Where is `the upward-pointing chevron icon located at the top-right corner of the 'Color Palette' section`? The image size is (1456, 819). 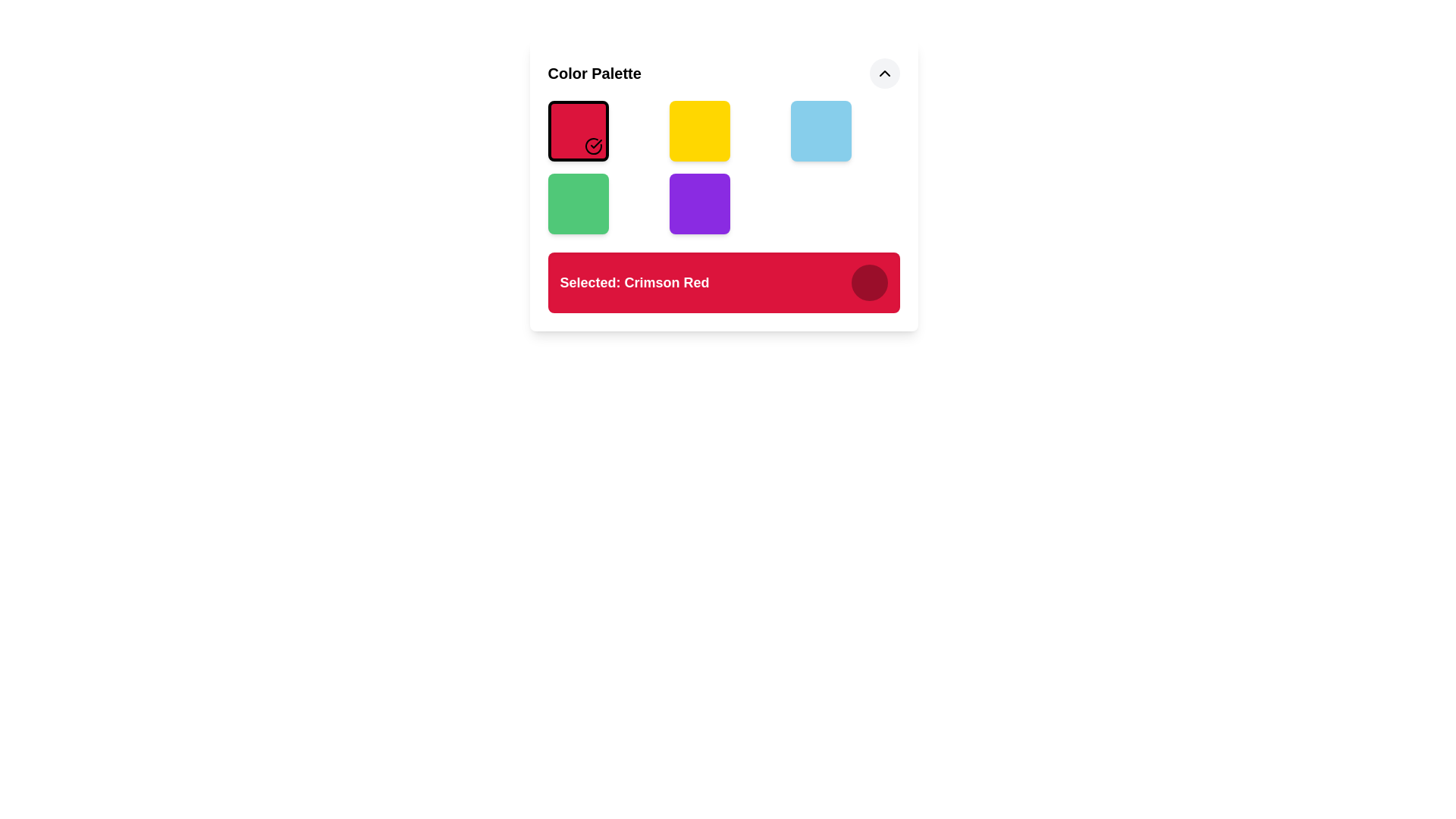
the upward-pointing chevron icon located at the top-right corner of the 'Color Palette' section is located at coordinates (884, 73).